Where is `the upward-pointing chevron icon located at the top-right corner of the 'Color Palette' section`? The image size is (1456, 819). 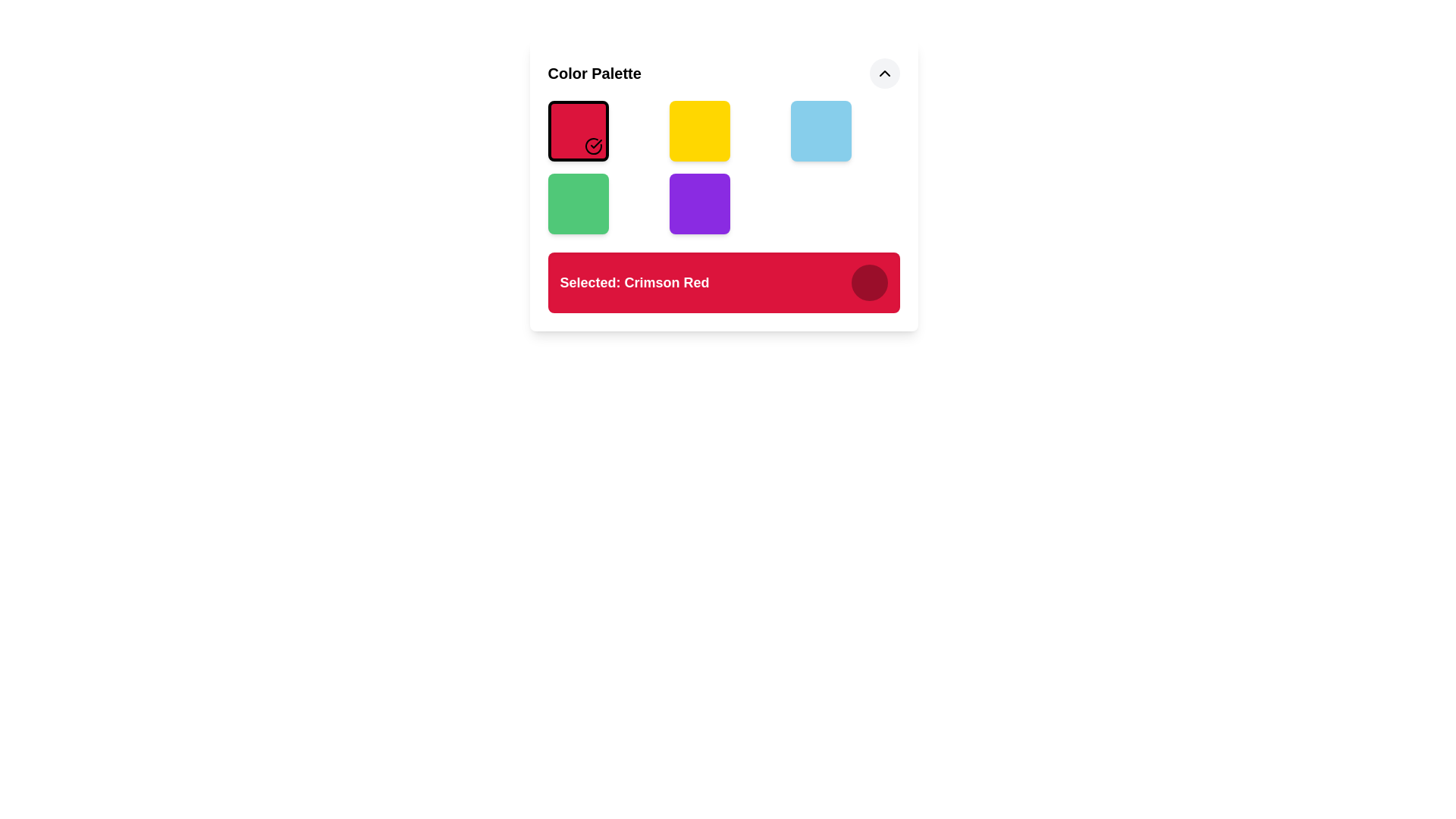
the upward-pointing chevron icon located at the top-right corner of the 'Color Palette' section is located at coordinates (884, 73).